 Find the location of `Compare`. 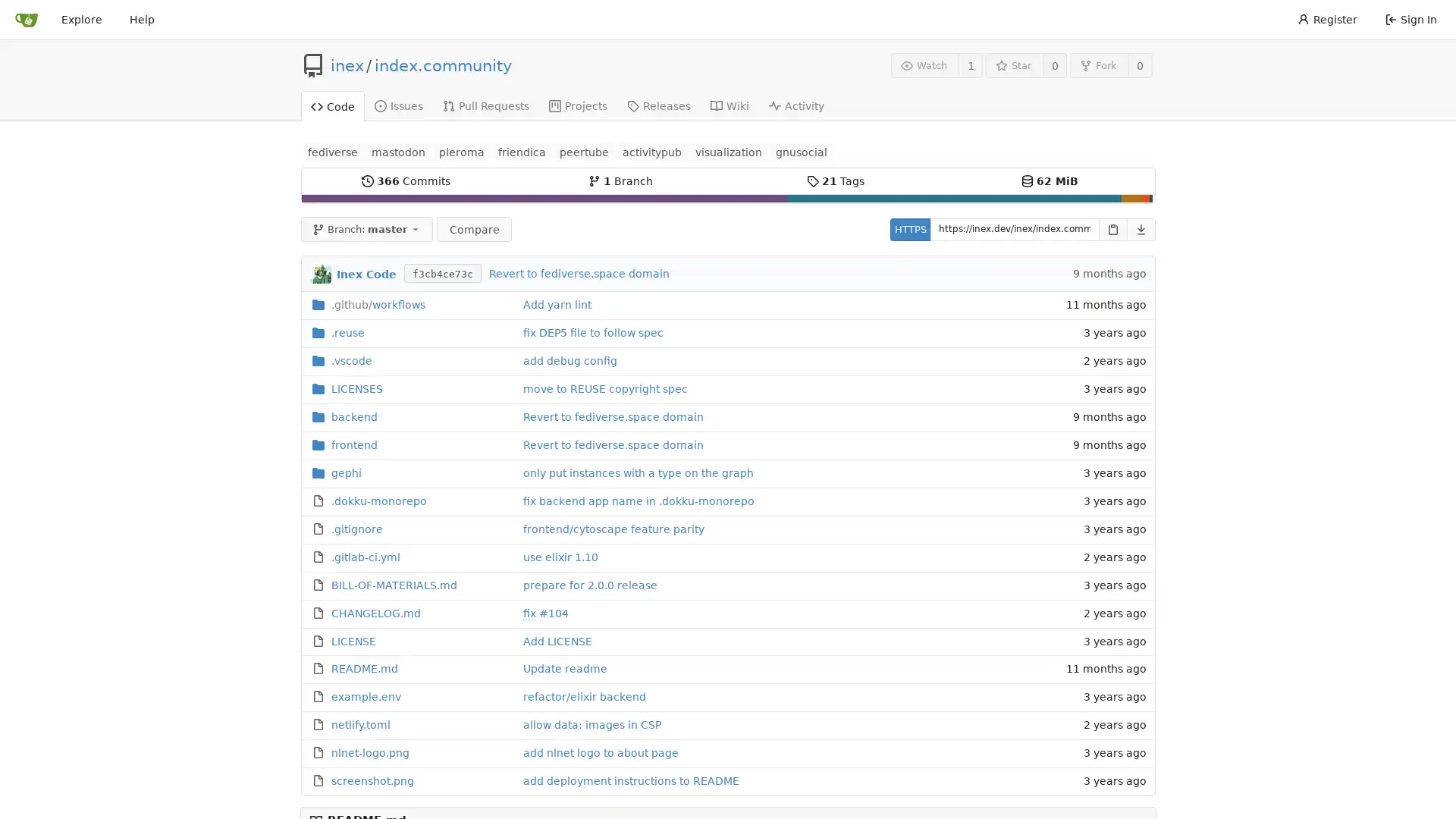

Compare is located at coordinates (472, 228).